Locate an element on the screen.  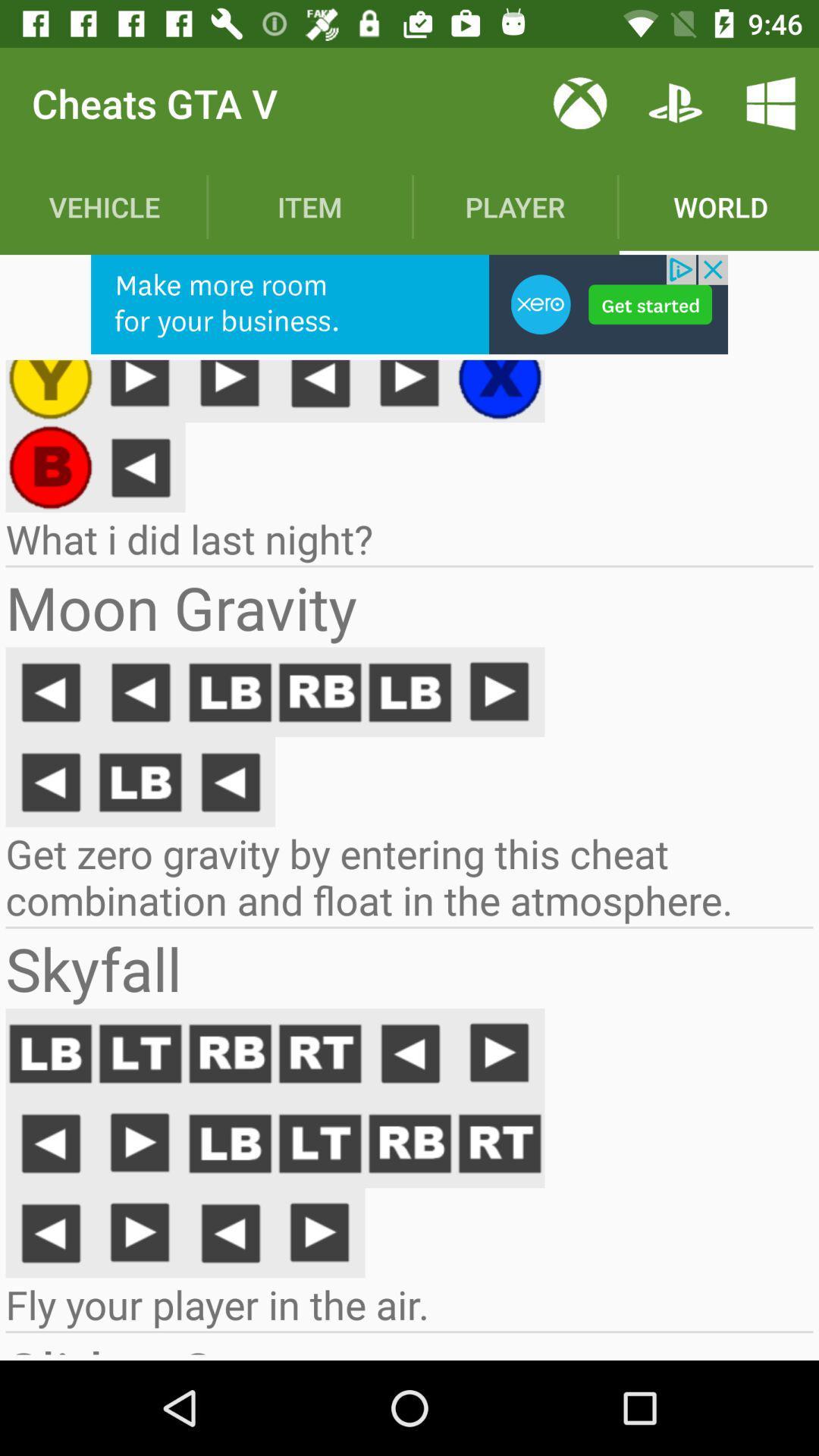
advertisement is located at coordinates (409, 303).